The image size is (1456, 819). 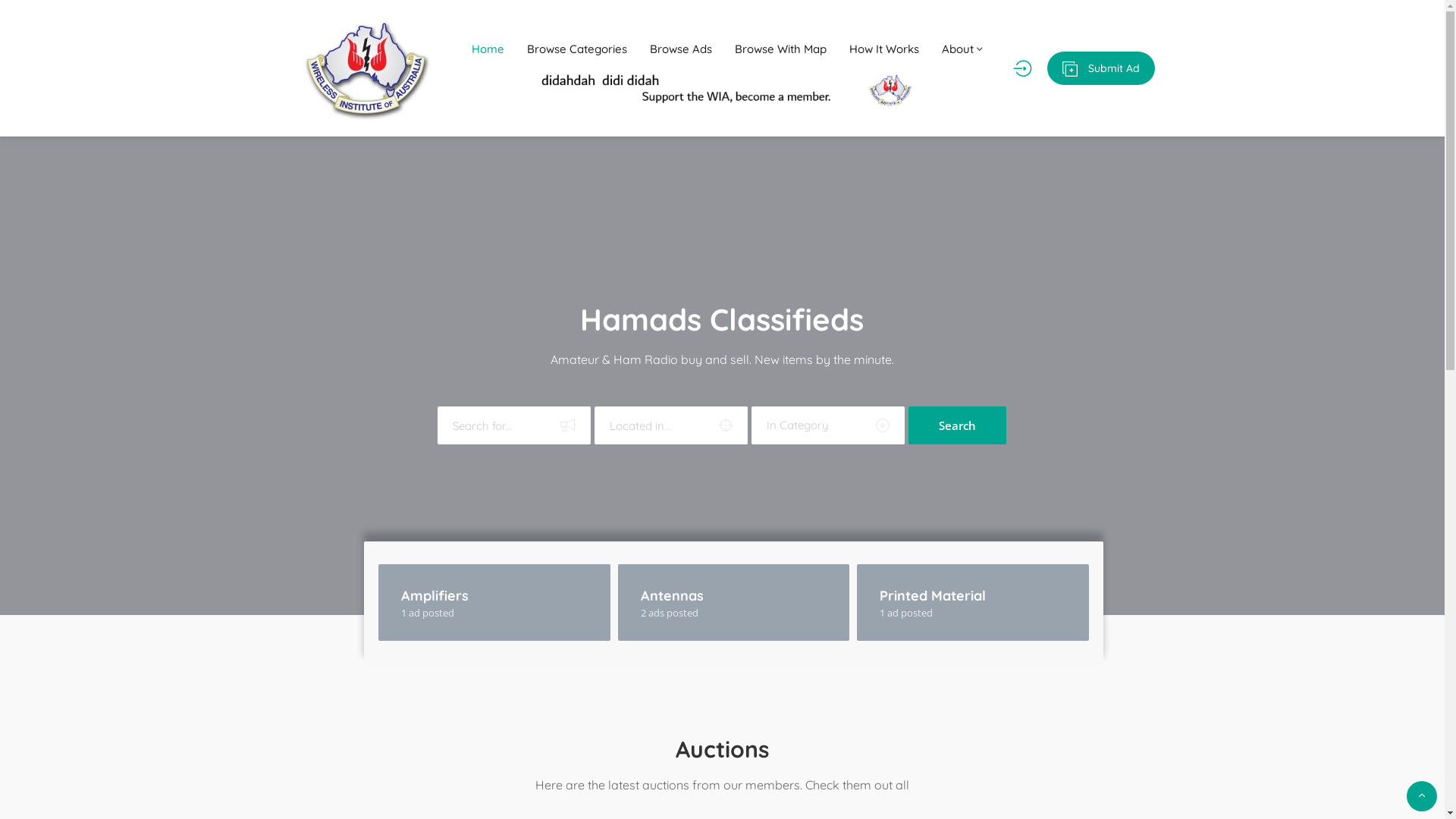 I want to click on 'Home', so click(x=488, y=49).